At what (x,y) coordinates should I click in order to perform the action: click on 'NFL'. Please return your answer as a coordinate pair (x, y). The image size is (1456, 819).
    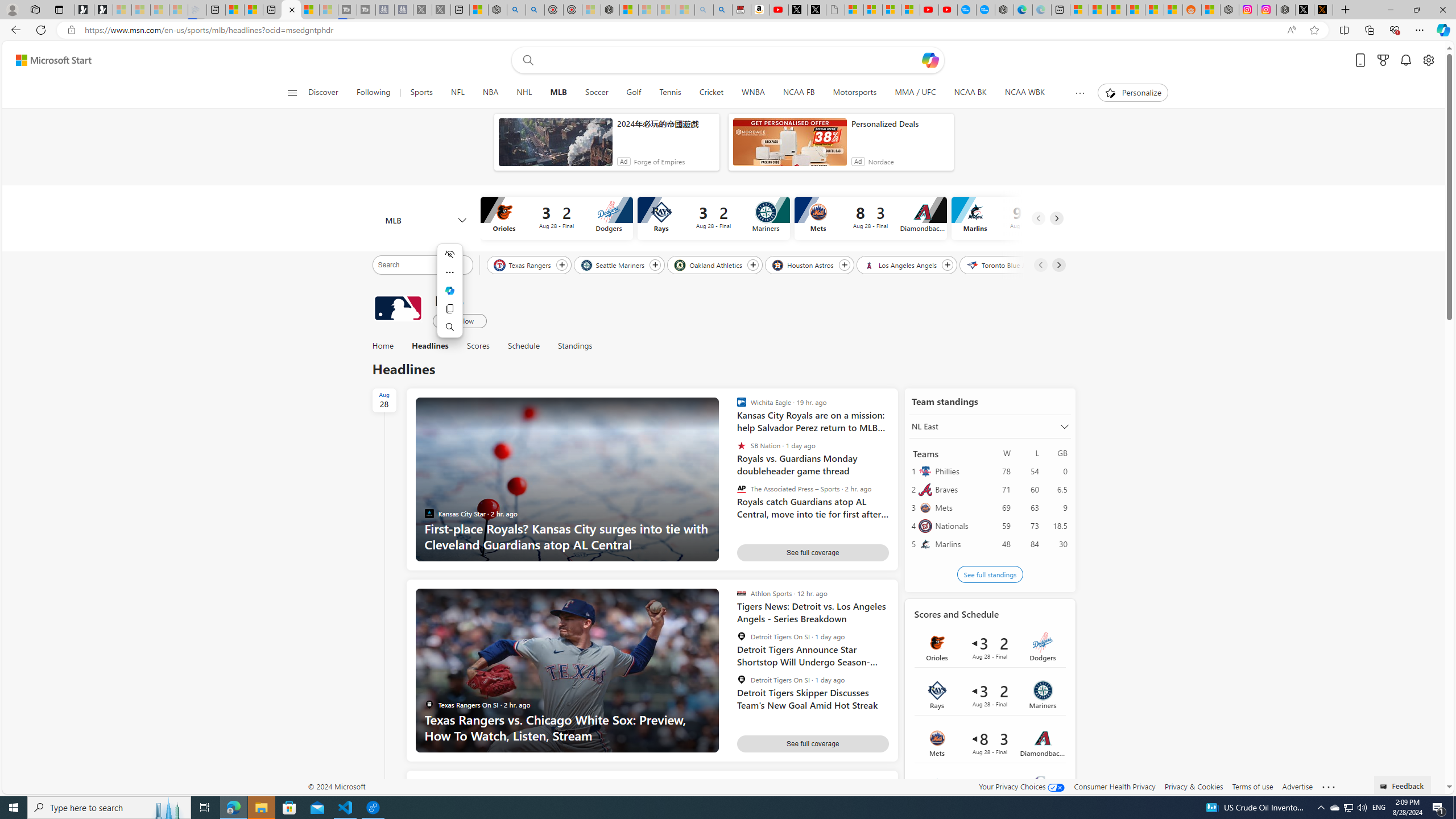
    Looking at the image, I should click on (457, 92).